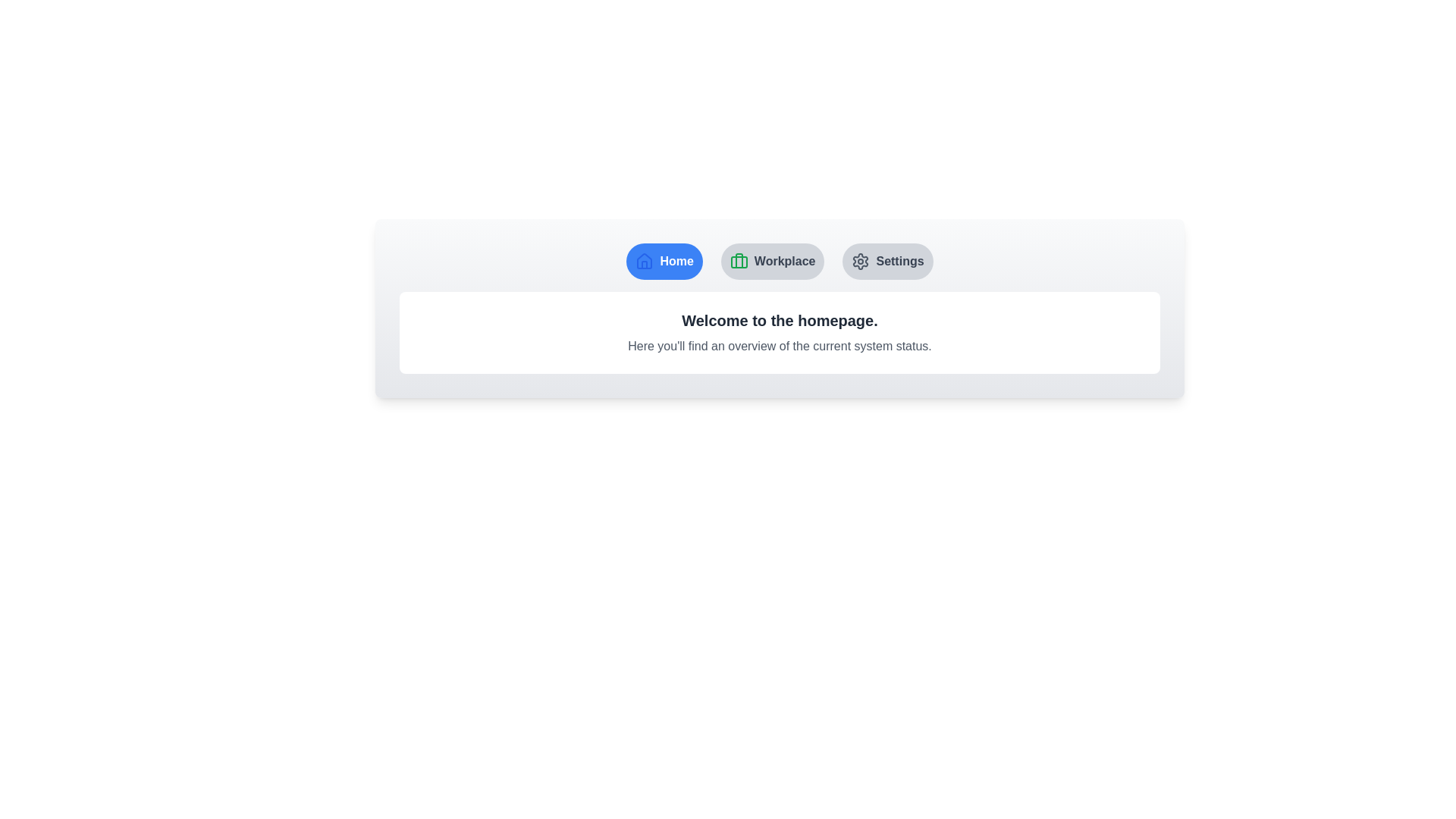 The image size is (1456, 819). What do you see at coordinates (645, 260) in the screenshot?
I see `the icon associated with the 'Home' tab` at bounding box center [645, 260].